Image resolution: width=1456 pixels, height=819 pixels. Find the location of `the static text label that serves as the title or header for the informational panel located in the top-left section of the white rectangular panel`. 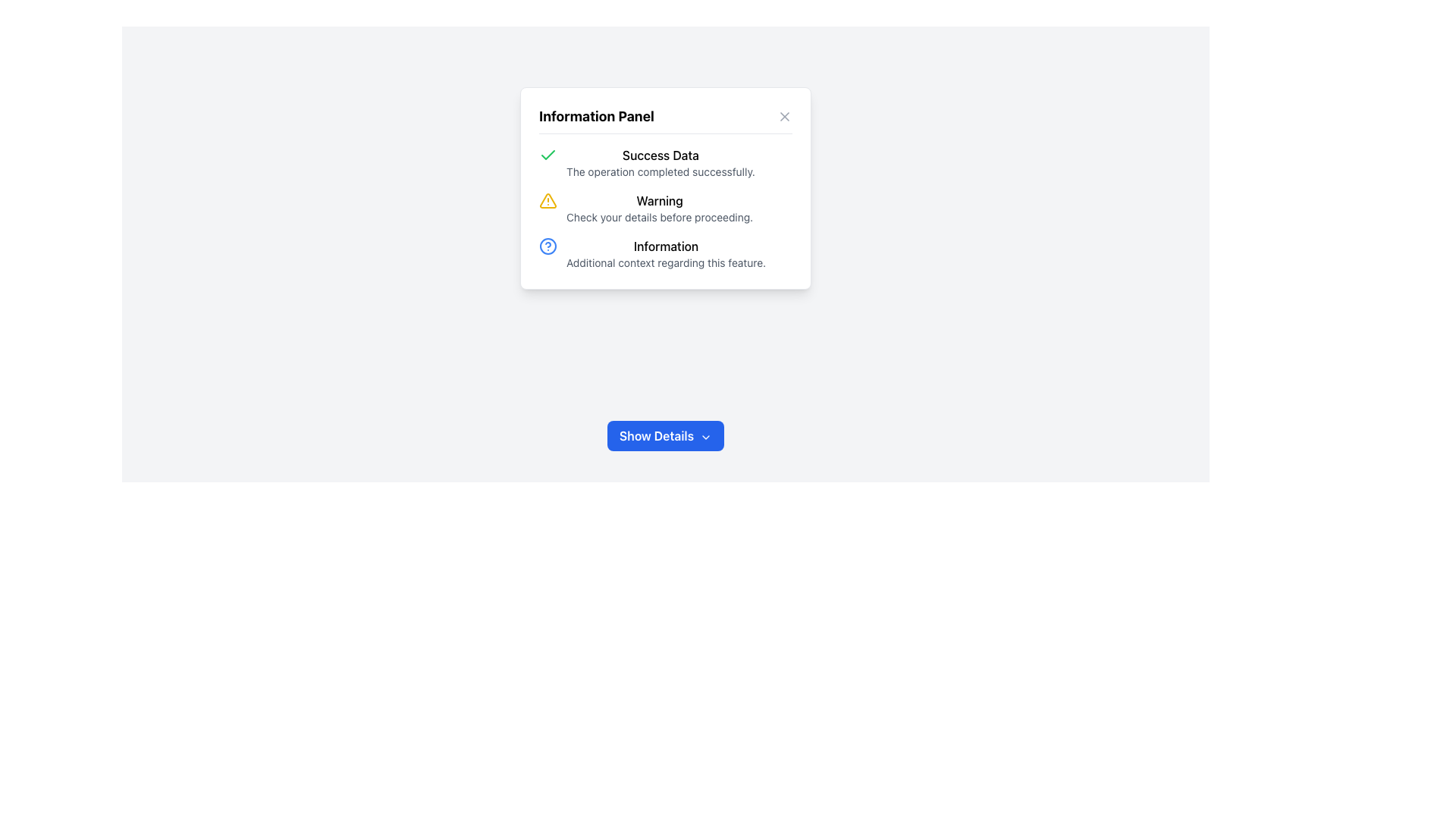

the static text label that serves as the title or header for the informational panel located in the top-left section of the white rectangular panel is located at coordinates (595, 116).